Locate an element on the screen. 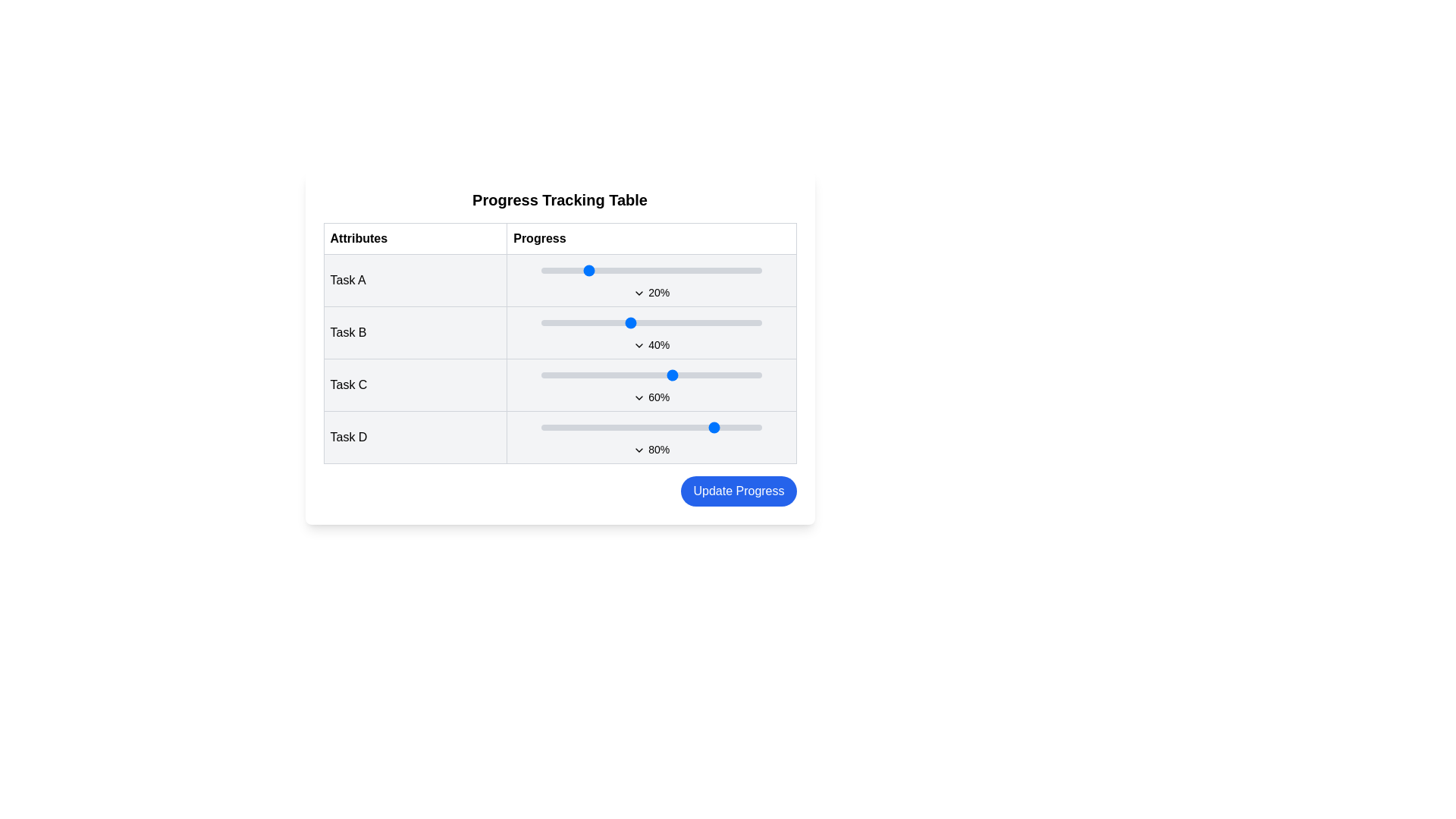 Image resolution: width=1456 pixels, height=819 pixels. progress is located at coordinates (642, 322).